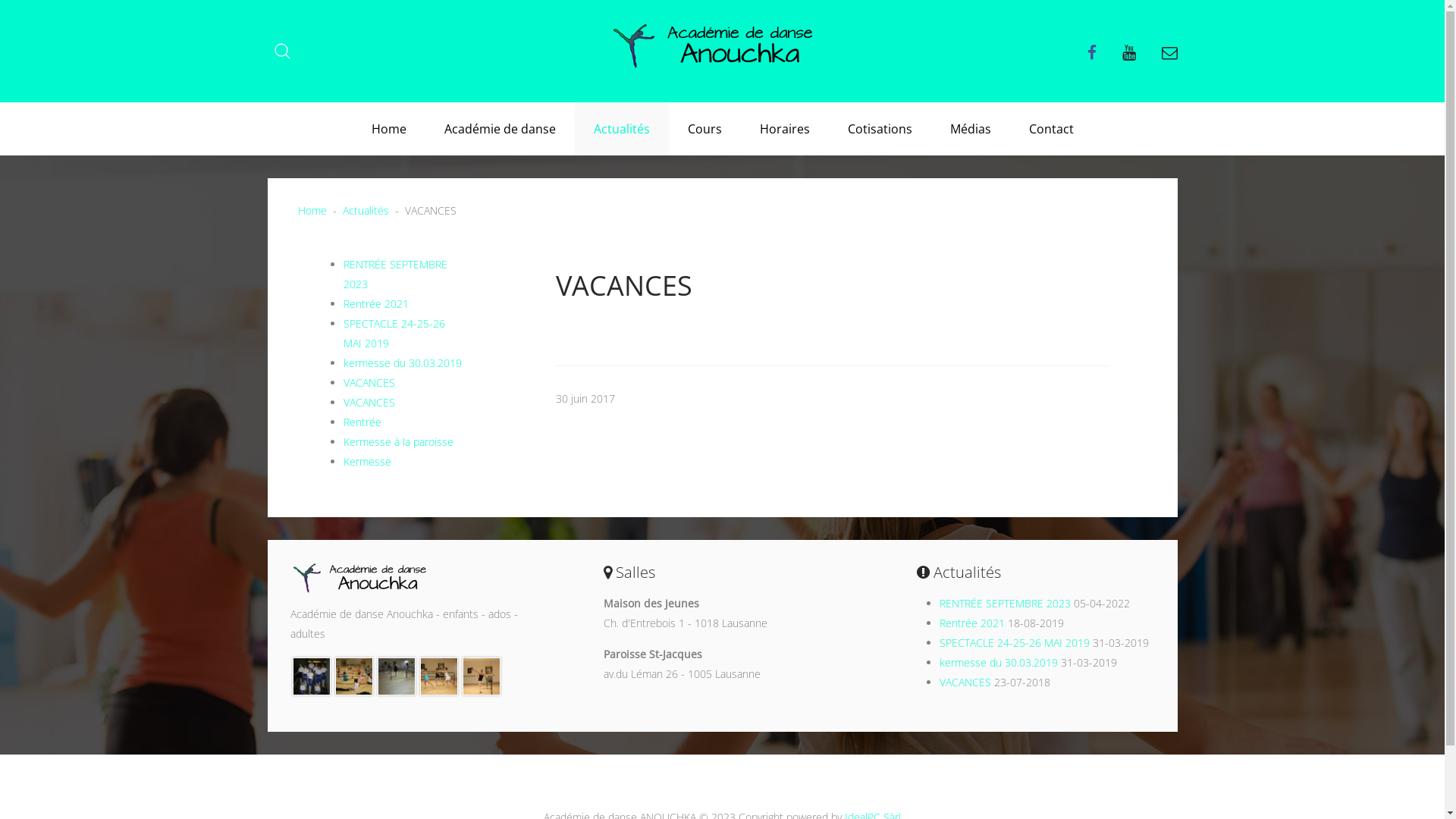 Image resolution: width=1456 pixels, height=819 pixels. I want to click on 'Home', so click(388, 127).